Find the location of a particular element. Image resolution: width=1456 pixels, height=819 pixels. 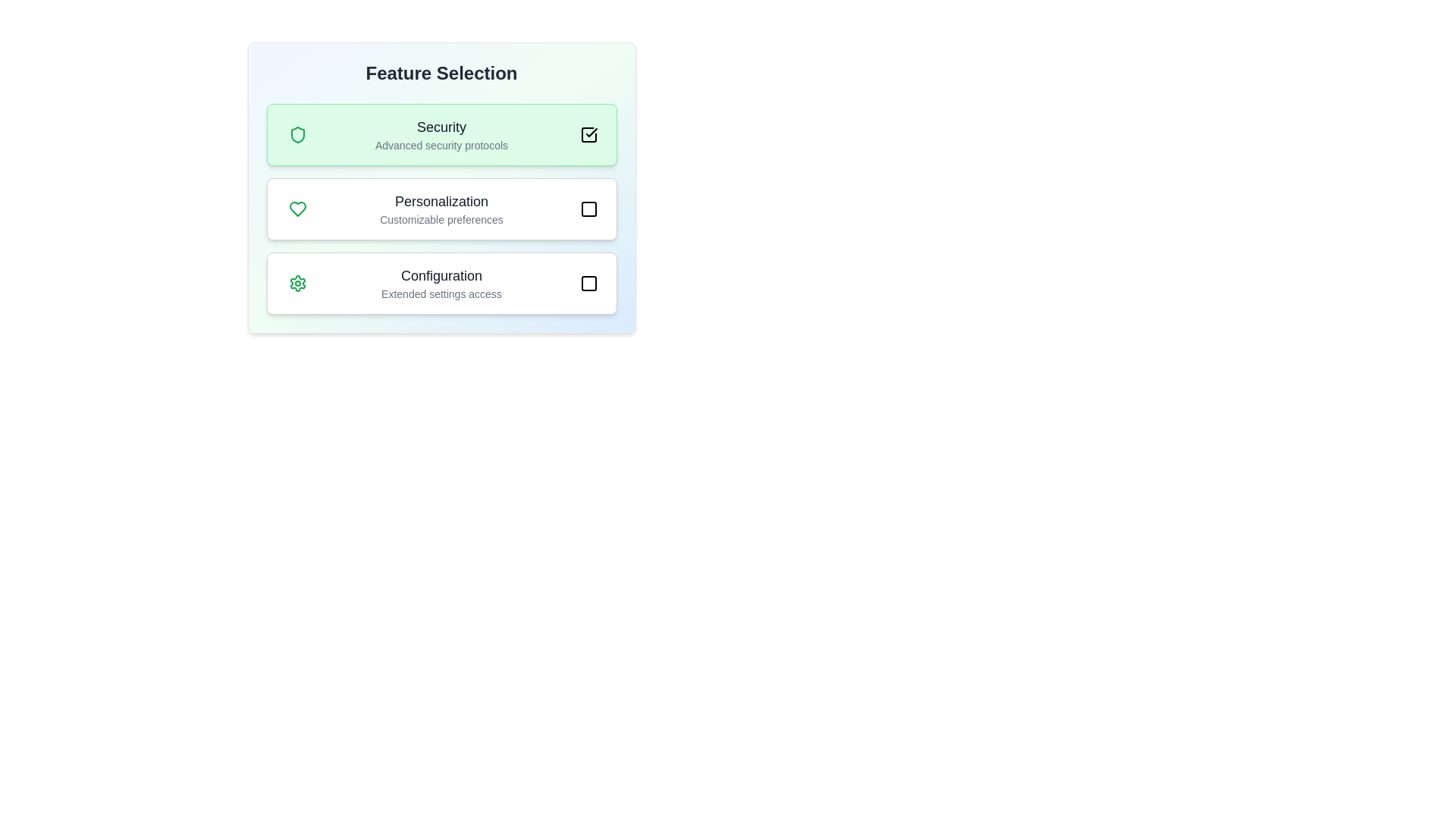

the text label reading 'Advanced security protocols', which is styled with a smaller font size and gray color, positioned centrally below the title 'Security' is located at coordinates (441, 146).